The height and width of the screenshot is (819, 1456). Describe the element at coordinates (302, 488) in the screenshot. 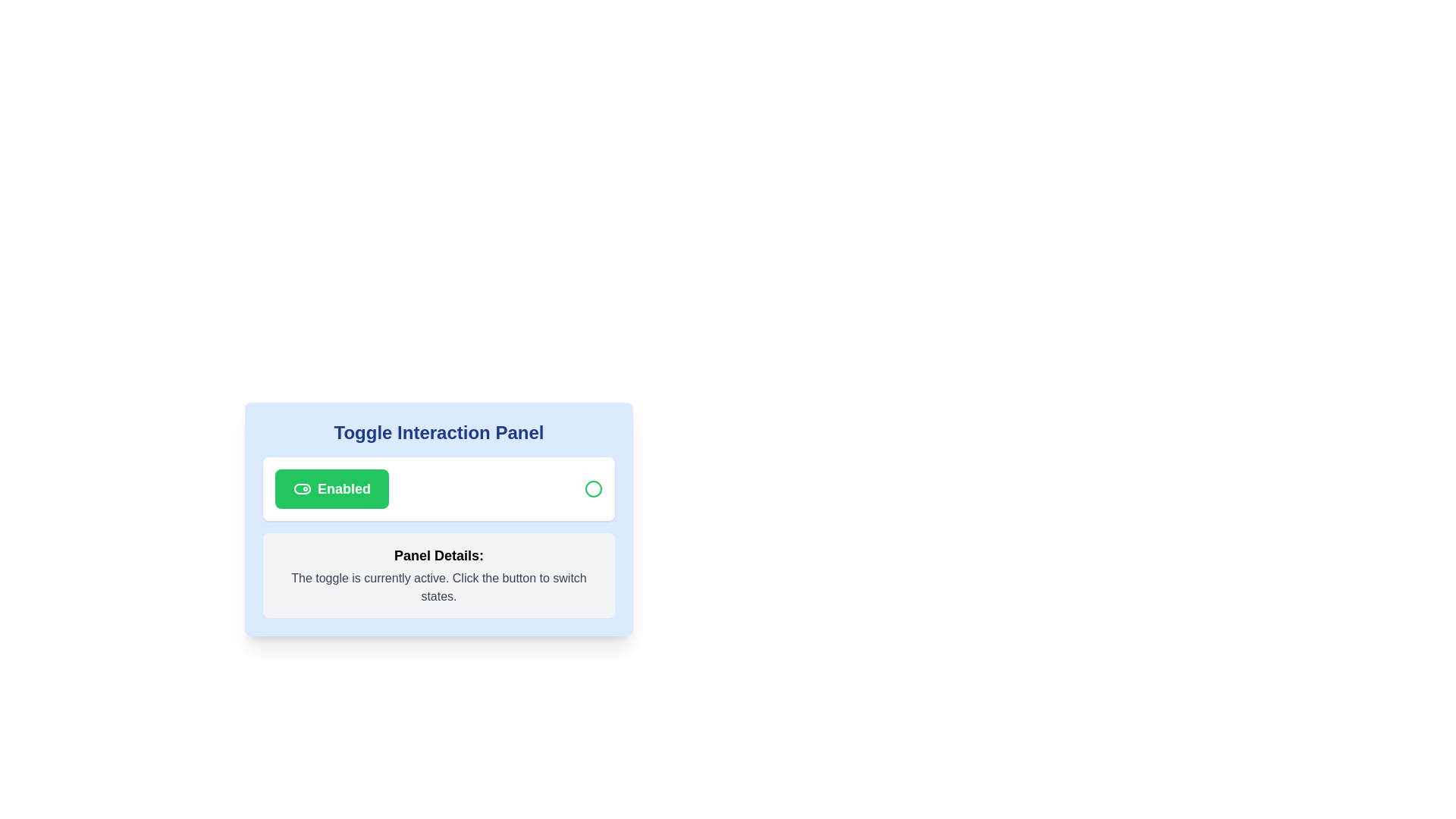

I see `the interactive toggle switch background located at the upper-right corner of the main content area, below the 'Toggle Interaction Panel' title` at that location.